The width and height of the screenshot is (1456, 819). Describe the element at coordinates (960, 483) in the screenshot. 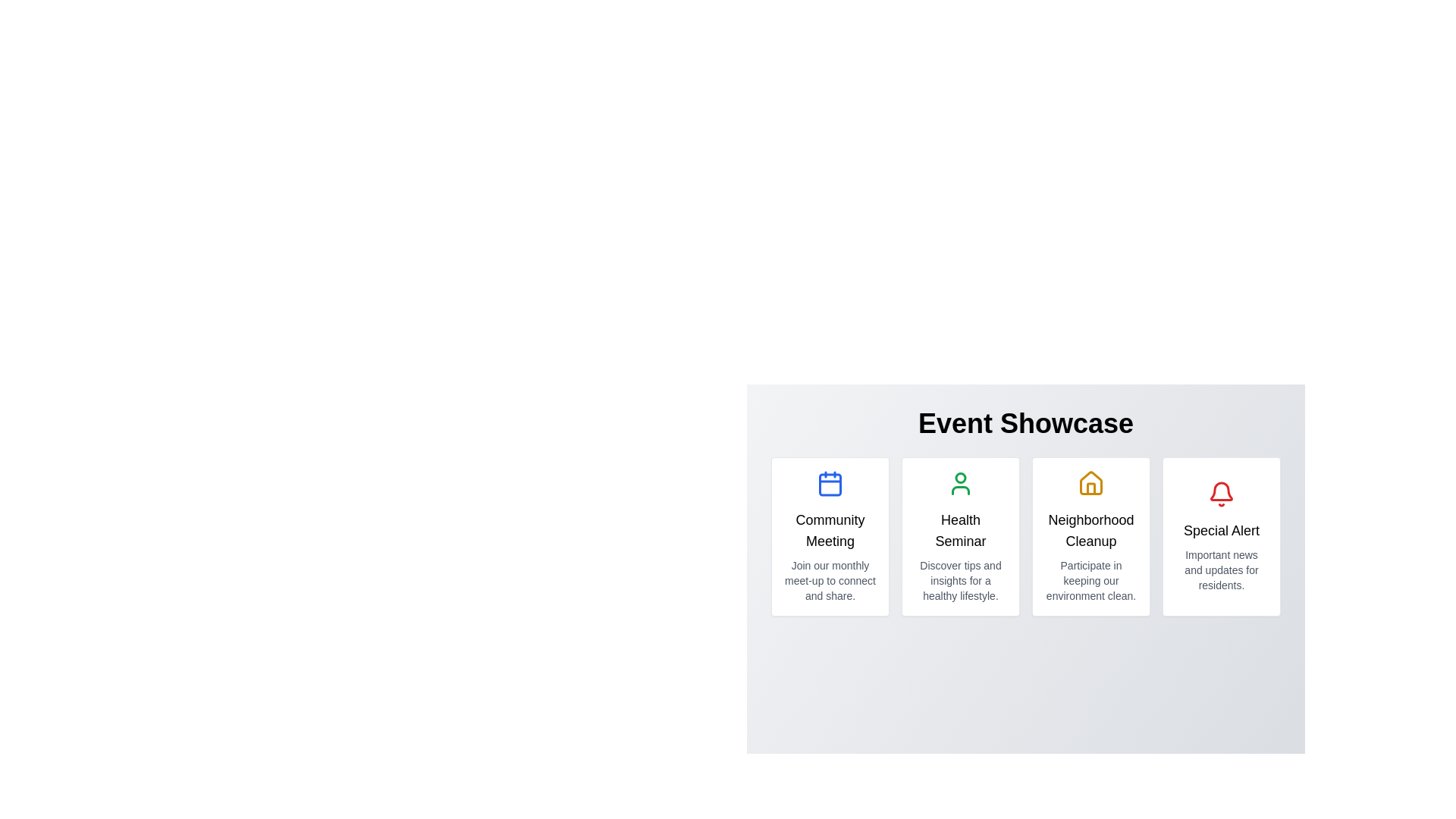

I see `the green user icon, which is centrally located above the 'Health Seminar' text within the event card layout` at that location.